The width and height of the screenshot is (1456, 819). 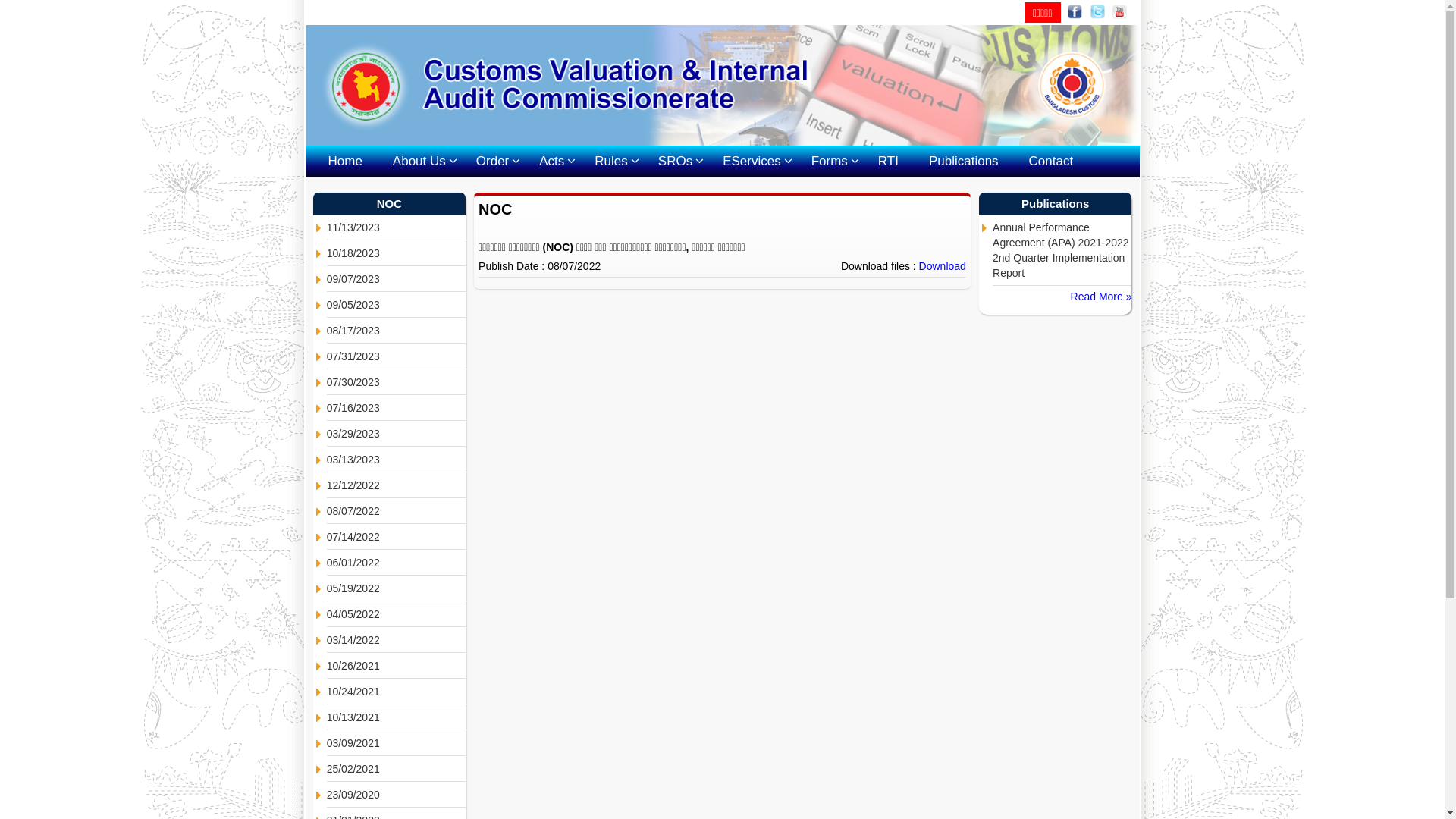 What do you see at coordinates (551, 161) in the screenshot?
I see `'Acts'` at bounding box center [551, 161].